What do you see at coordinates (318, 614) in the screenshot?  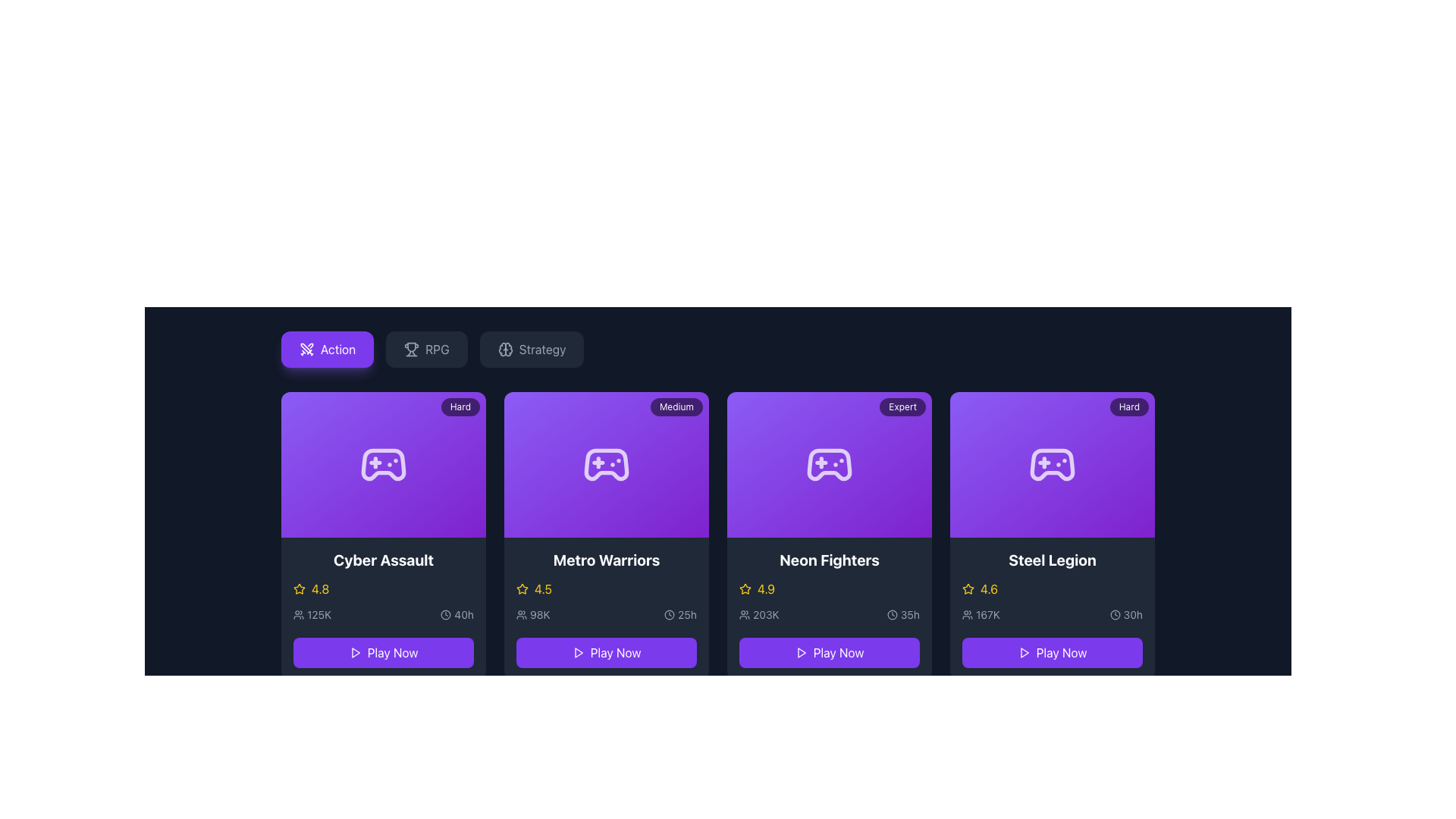 I see `numerical value displayed on the text label located in the bottom-left corner of the 'Cyber Assault' card, adjacent to the group icon and above the 'Play Now' button` at bounding box center [318, 614].